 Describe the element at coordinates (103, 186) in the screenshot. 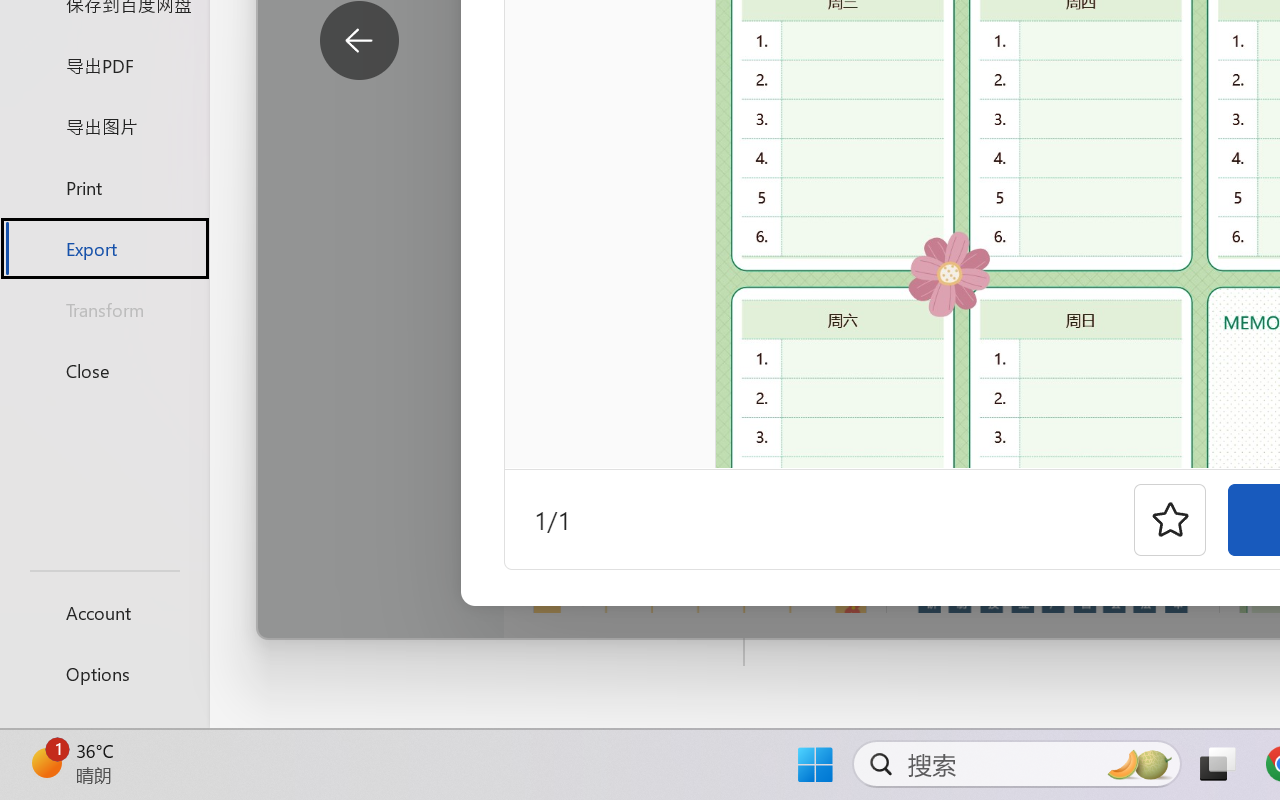

I see `'Print'` at that location.